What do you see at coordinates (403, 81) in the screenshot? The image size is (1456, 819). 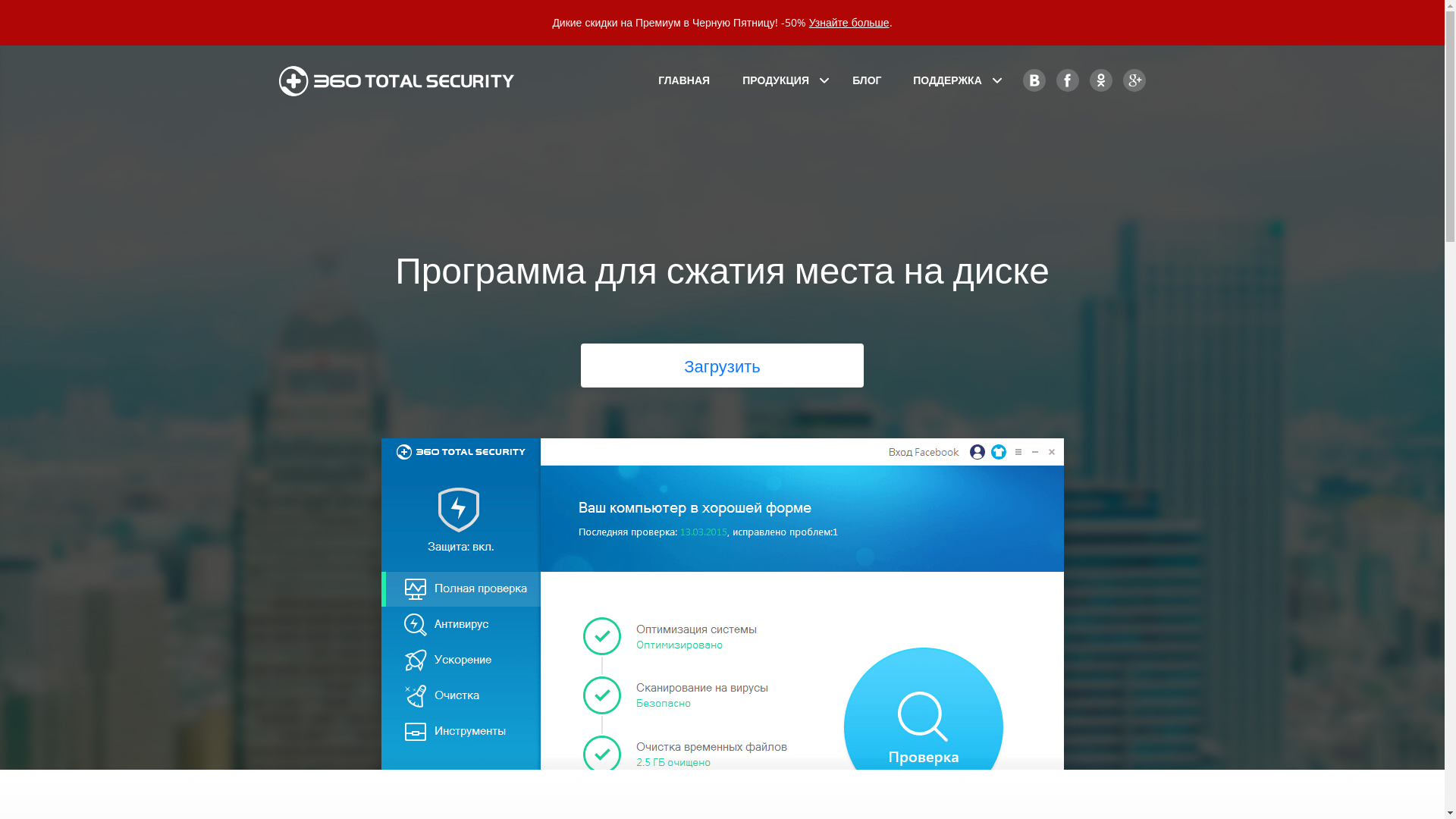 I see `'360 Total Security'` at bounding box center [403, 81].